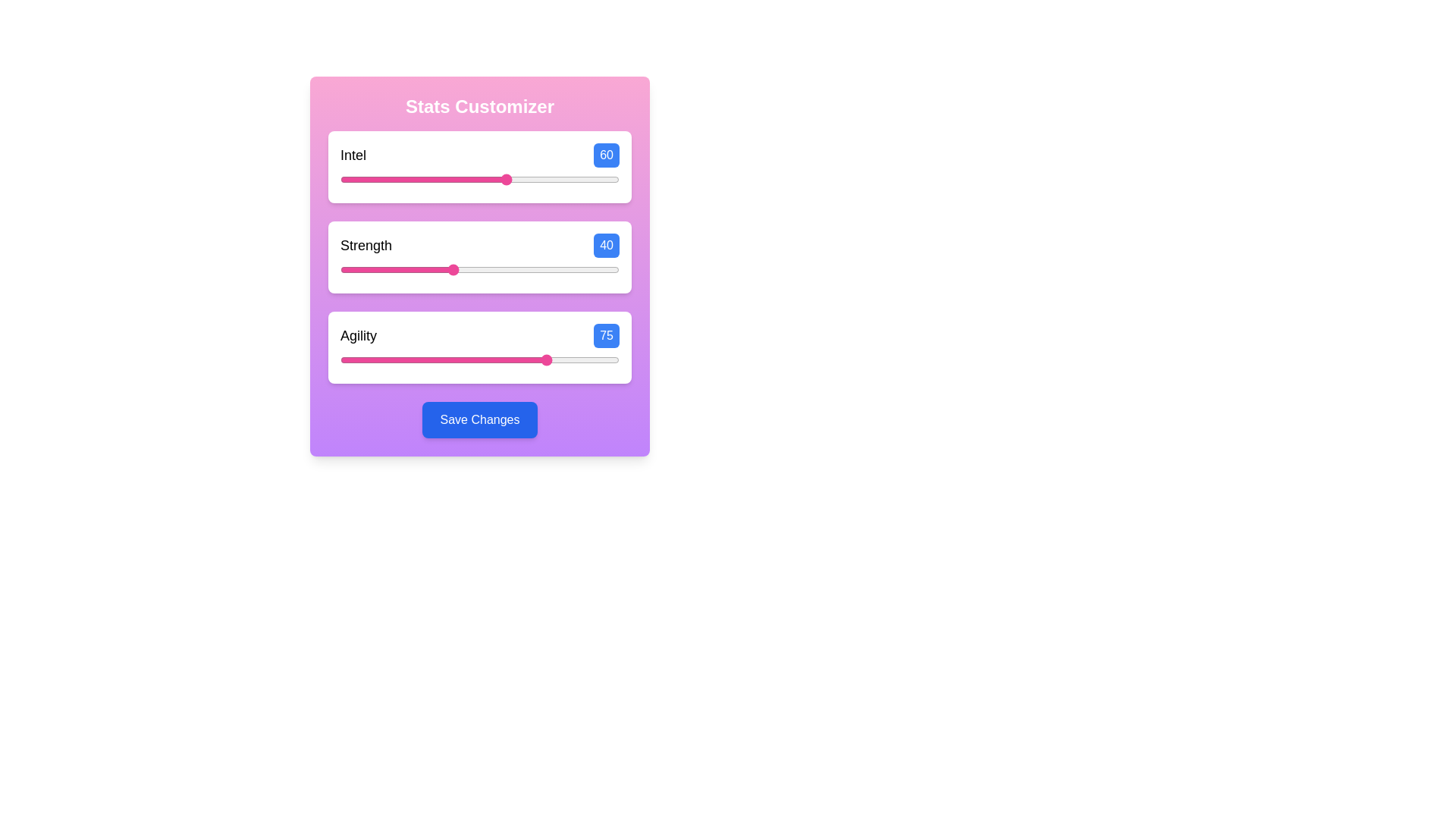 The width and height of the screenshot is (1456, 819). What do you see at coordinates (468, 268) in the screenshot?
I see `the Strength slider` at bounding box center [468, 268].